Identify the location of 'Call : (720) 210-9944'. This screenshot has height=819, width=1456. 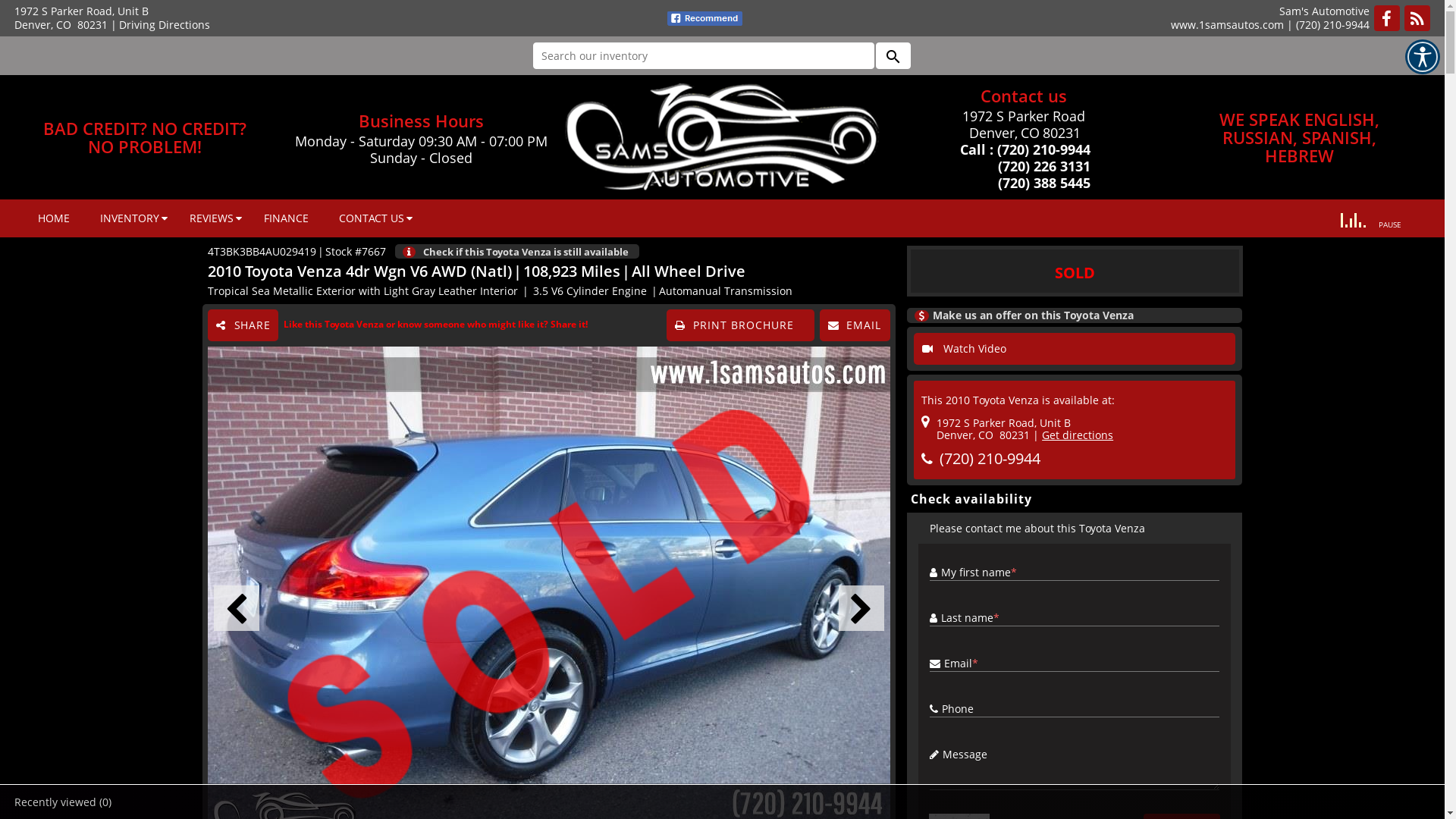
(1023, 149).